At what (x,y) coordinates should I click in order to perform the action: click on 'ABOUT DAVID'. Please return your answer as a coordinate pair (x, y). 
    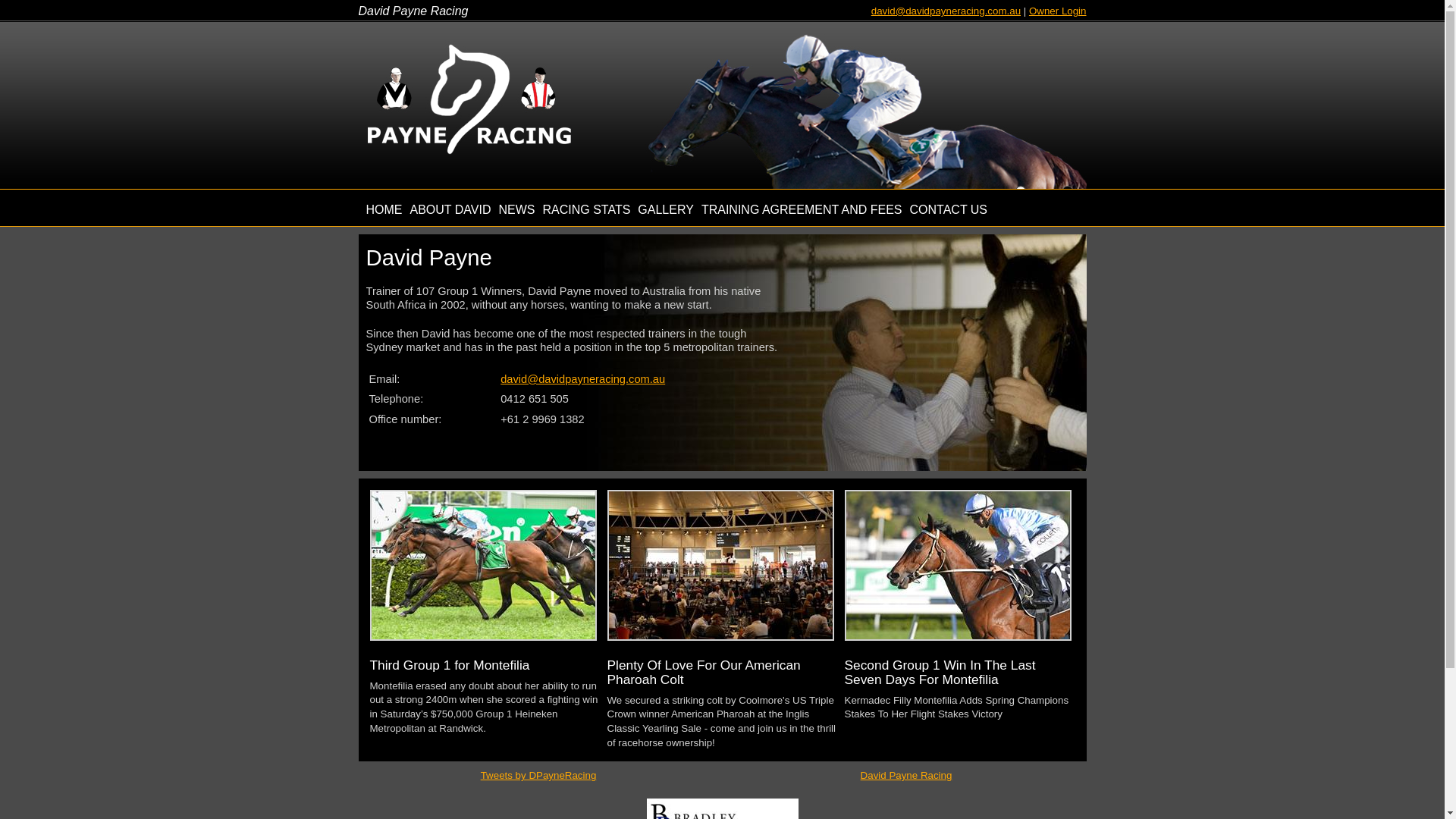
    Looking at the image, I should click on (409, 209).